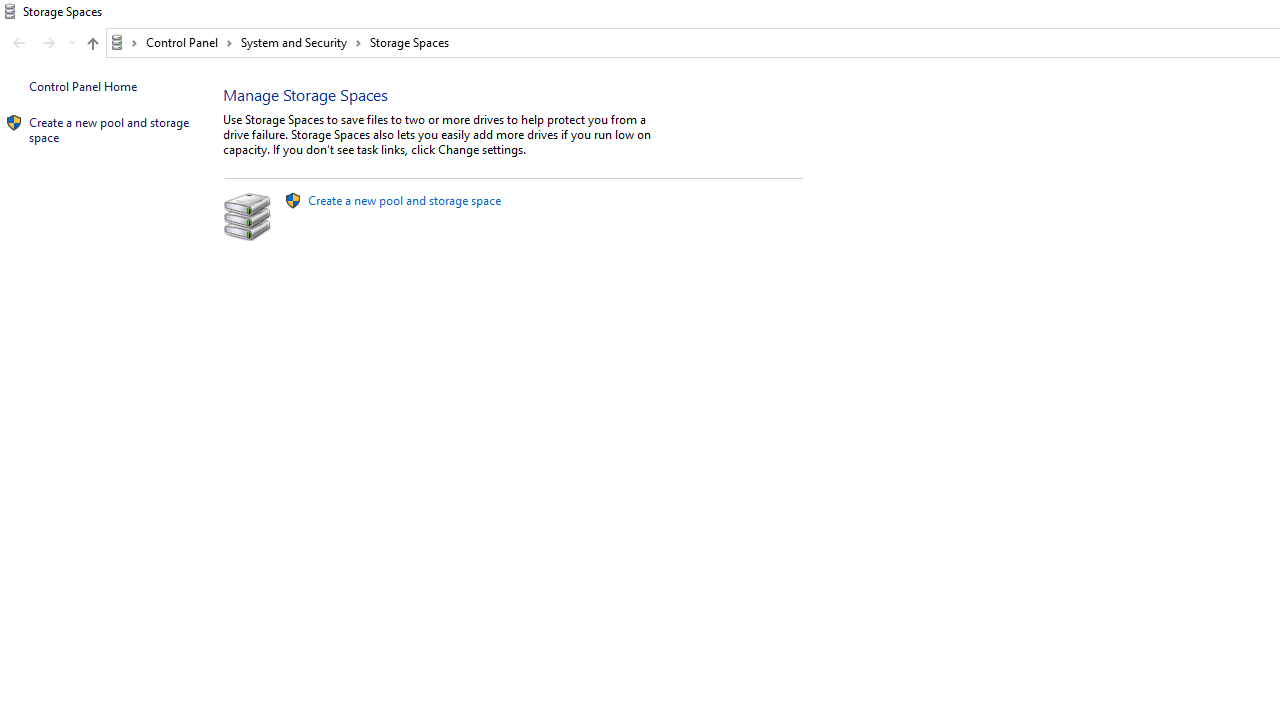 The image size is (1280, 720). I want to click on 'Icon', so click(14, 123).